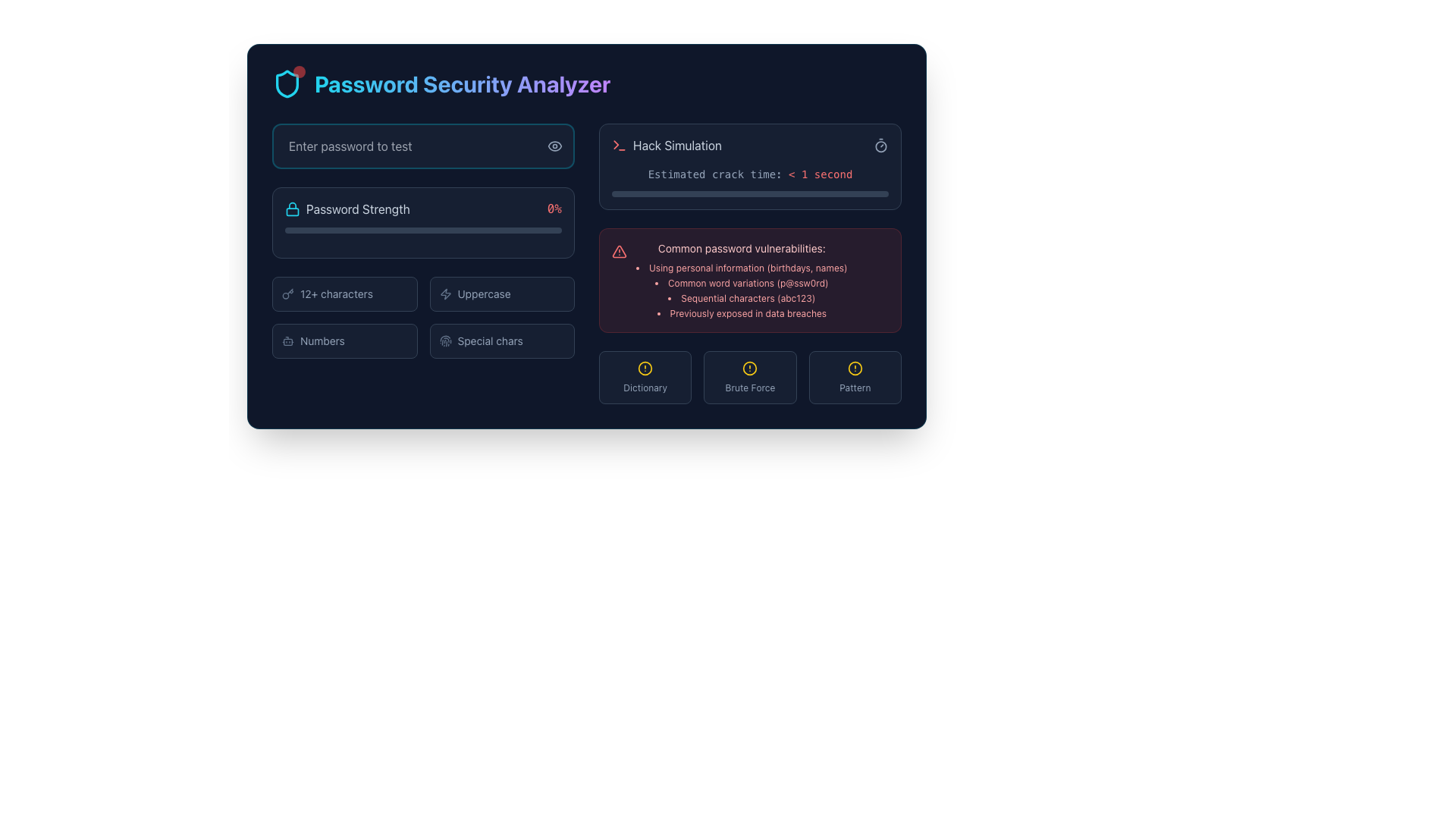  I want to click on the terminal icon located to the left of the 'Hack Simulation' text, so click(619, 146).